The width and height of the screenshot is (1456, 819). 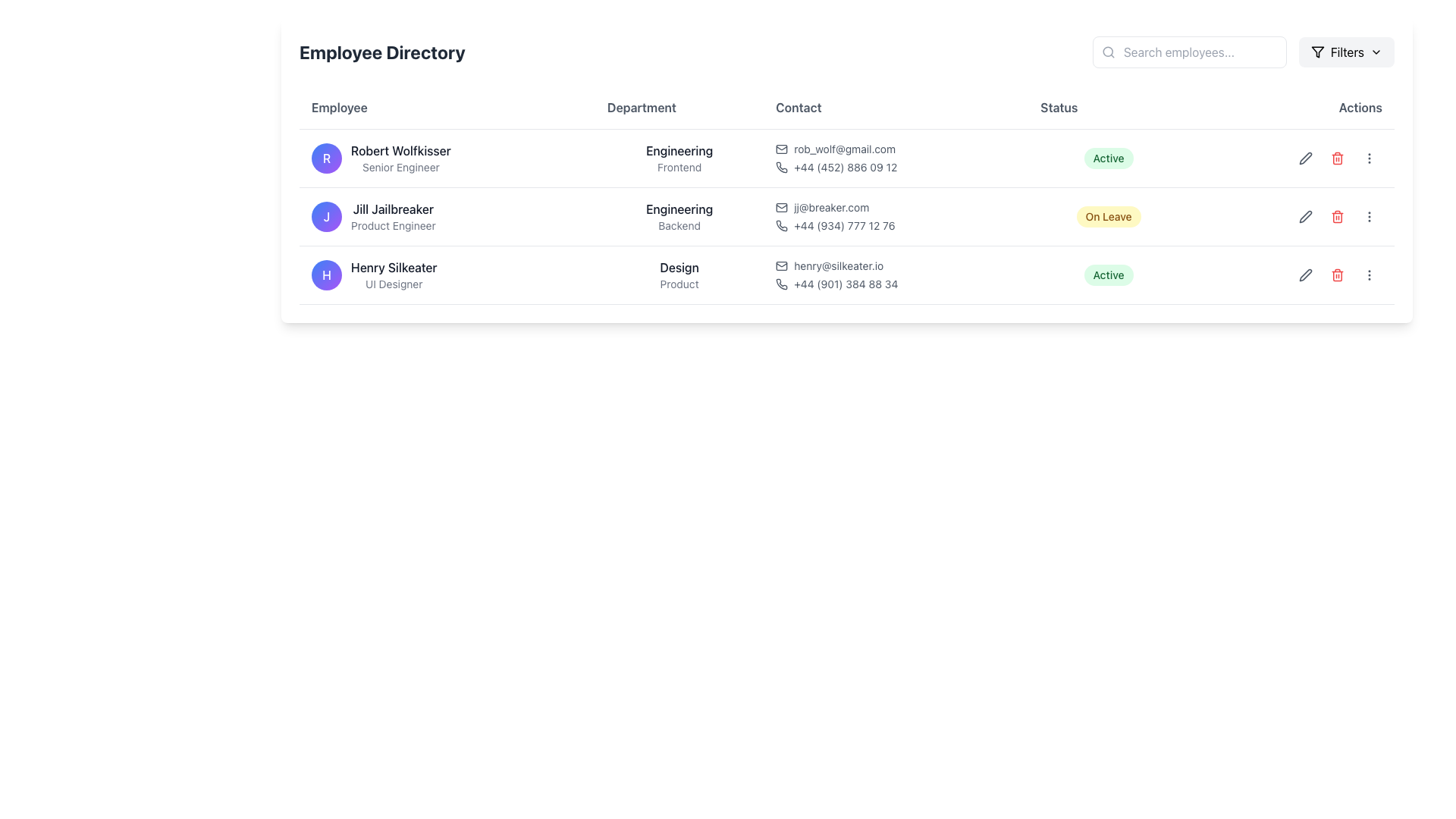 I want to click on the 'On Leave' label with a yellow background and dark text located in the 'Status' column of the second row associated with 'Jill Jailbreaker', so click(x=1109, y=216).